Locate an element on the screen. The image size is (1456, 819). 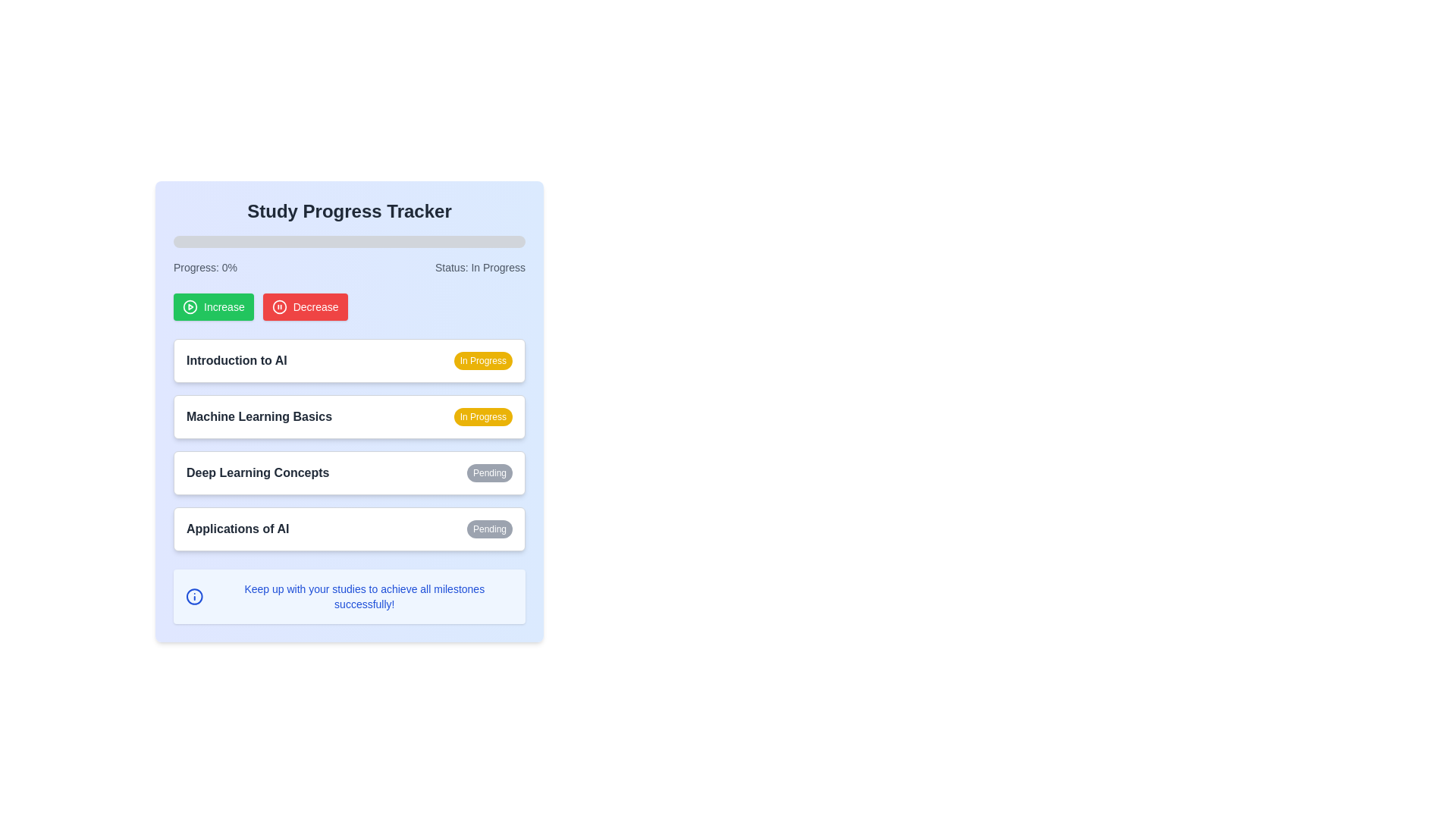
the text block that contains the message 'Keep up with your studies to achieve all milestones successfully!' styled in small blue font, located at the lower section of the interface is located at coordinates (364, 595).